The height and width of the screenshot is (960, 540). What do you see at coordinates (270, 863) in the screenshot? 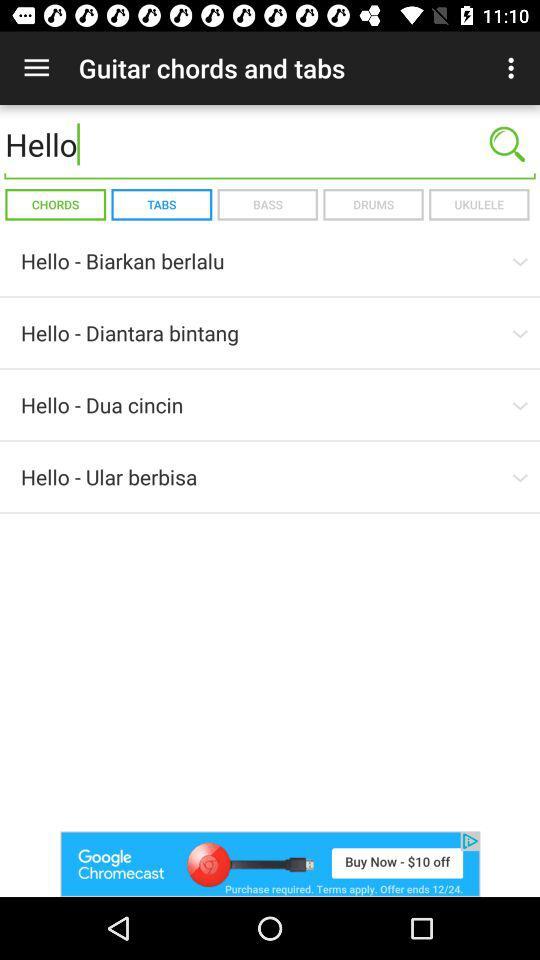
I see `advertisement` at bounding box center [270, 863].